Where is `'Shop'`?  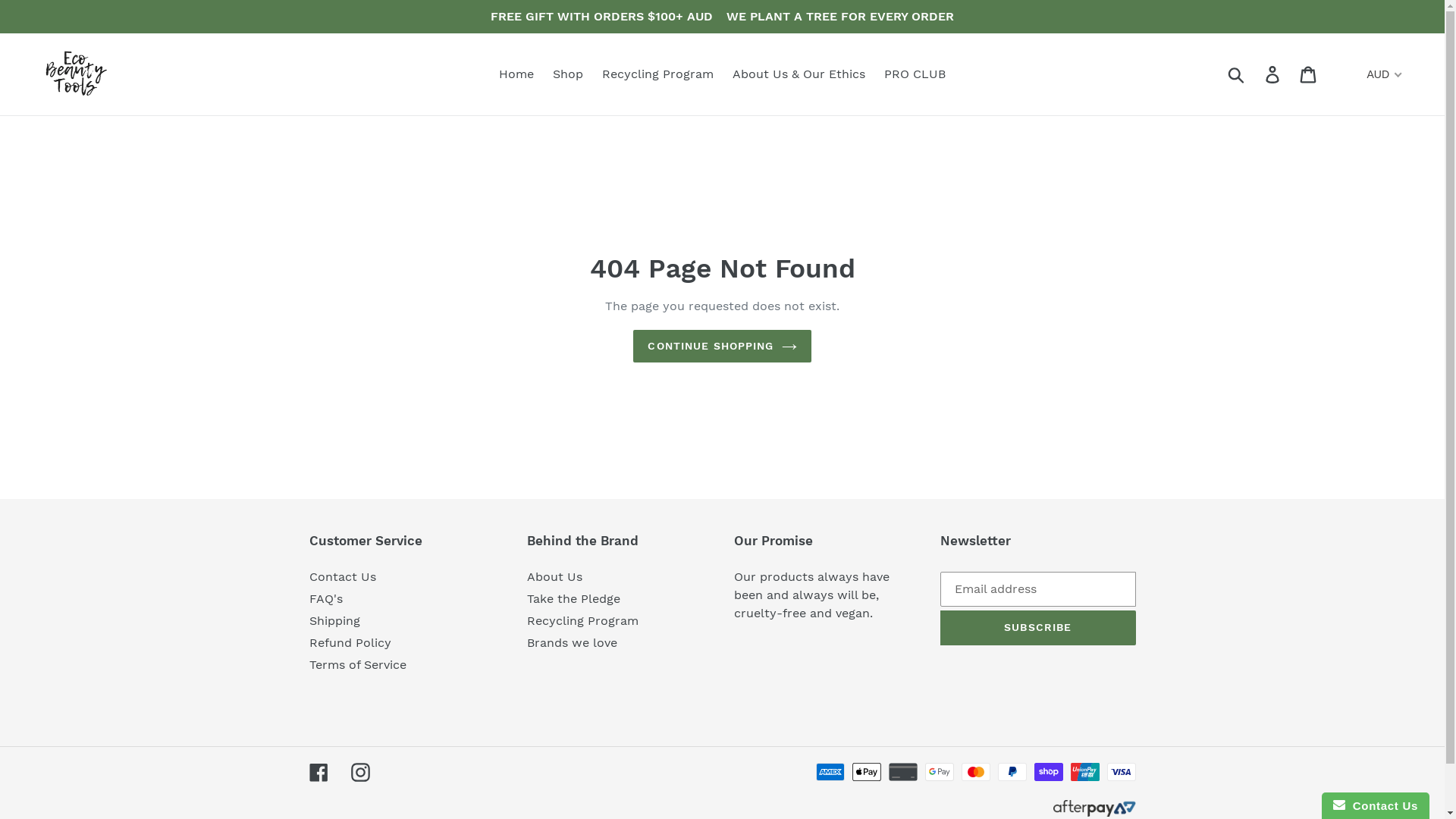 'Shop' is located at coordinates (566, 74).